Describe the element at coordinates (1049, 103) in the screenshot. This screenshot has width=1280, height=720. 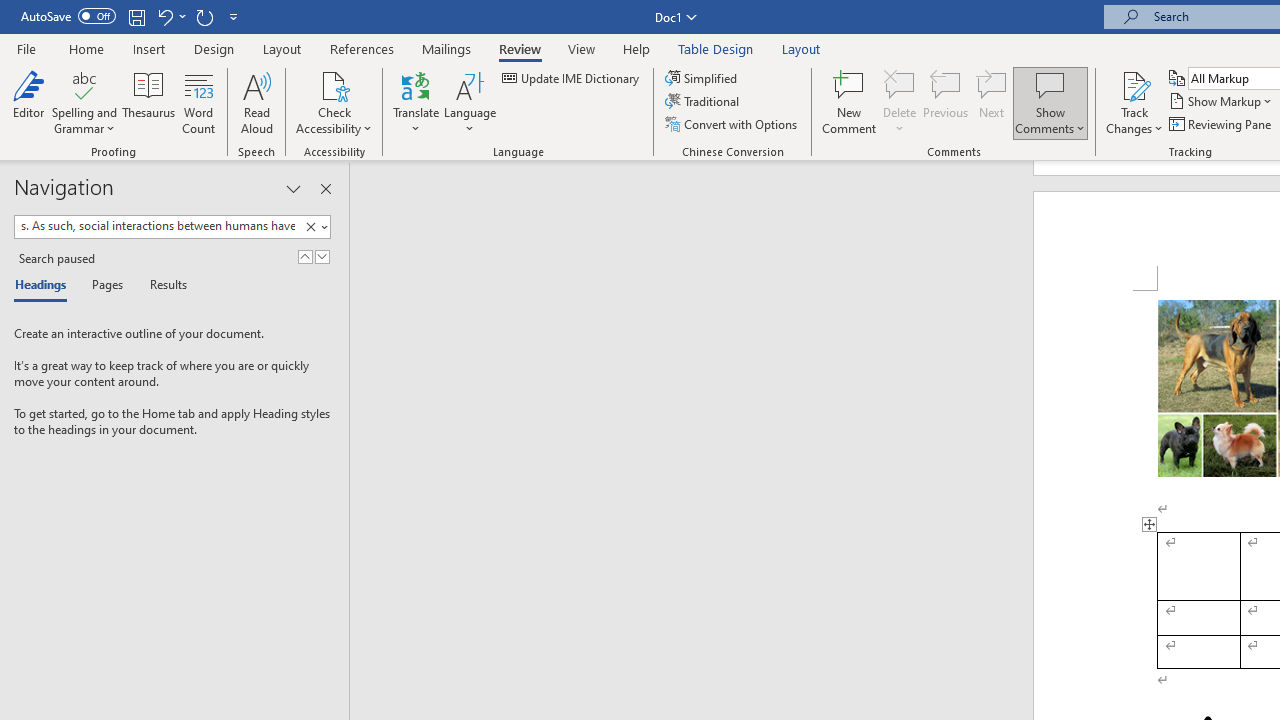
I see `'Show Comments'` at that location.